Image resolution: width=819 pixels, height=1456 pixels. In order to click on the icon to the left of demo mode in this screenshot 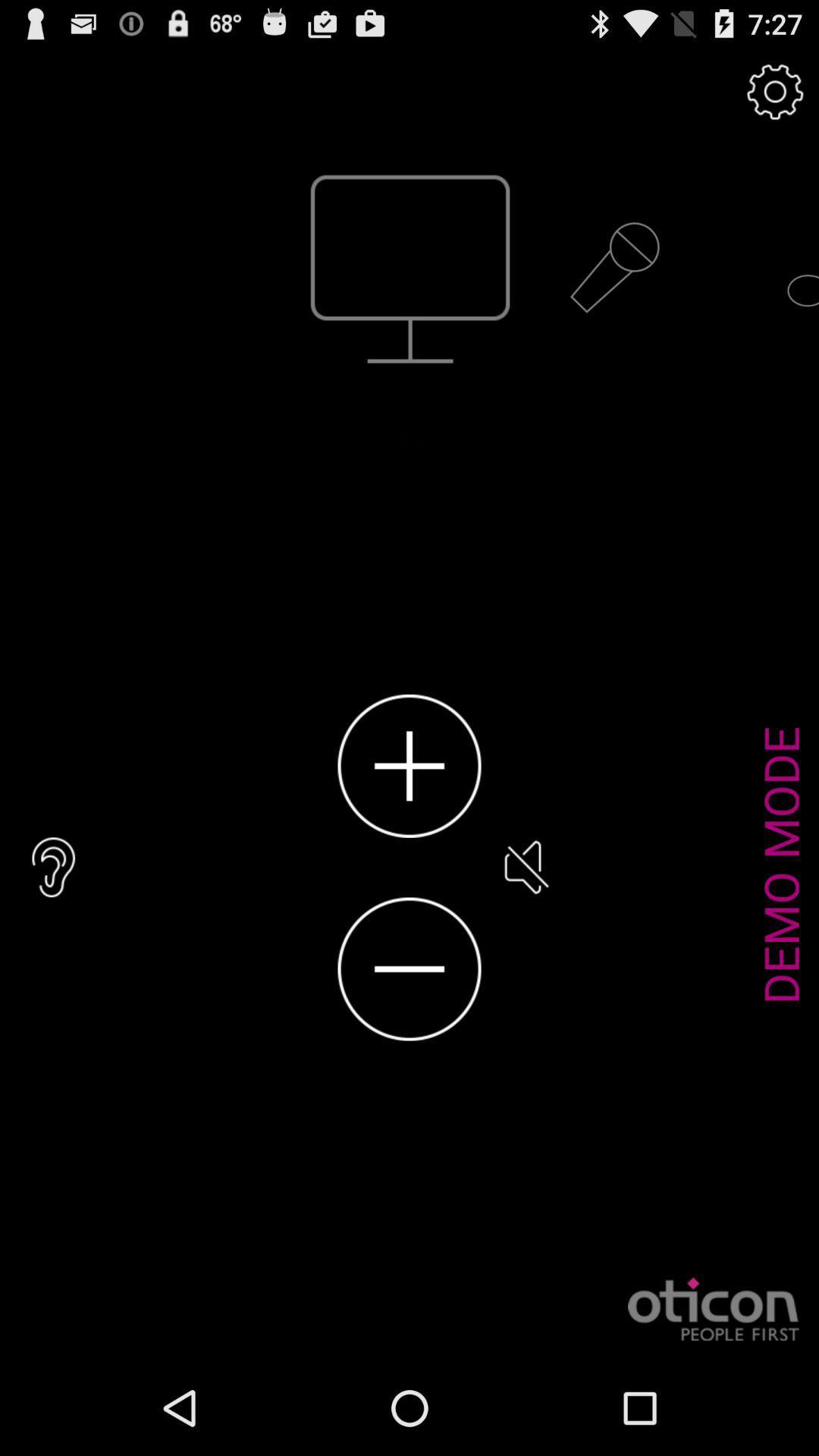, I will do `click(524, 867)`.